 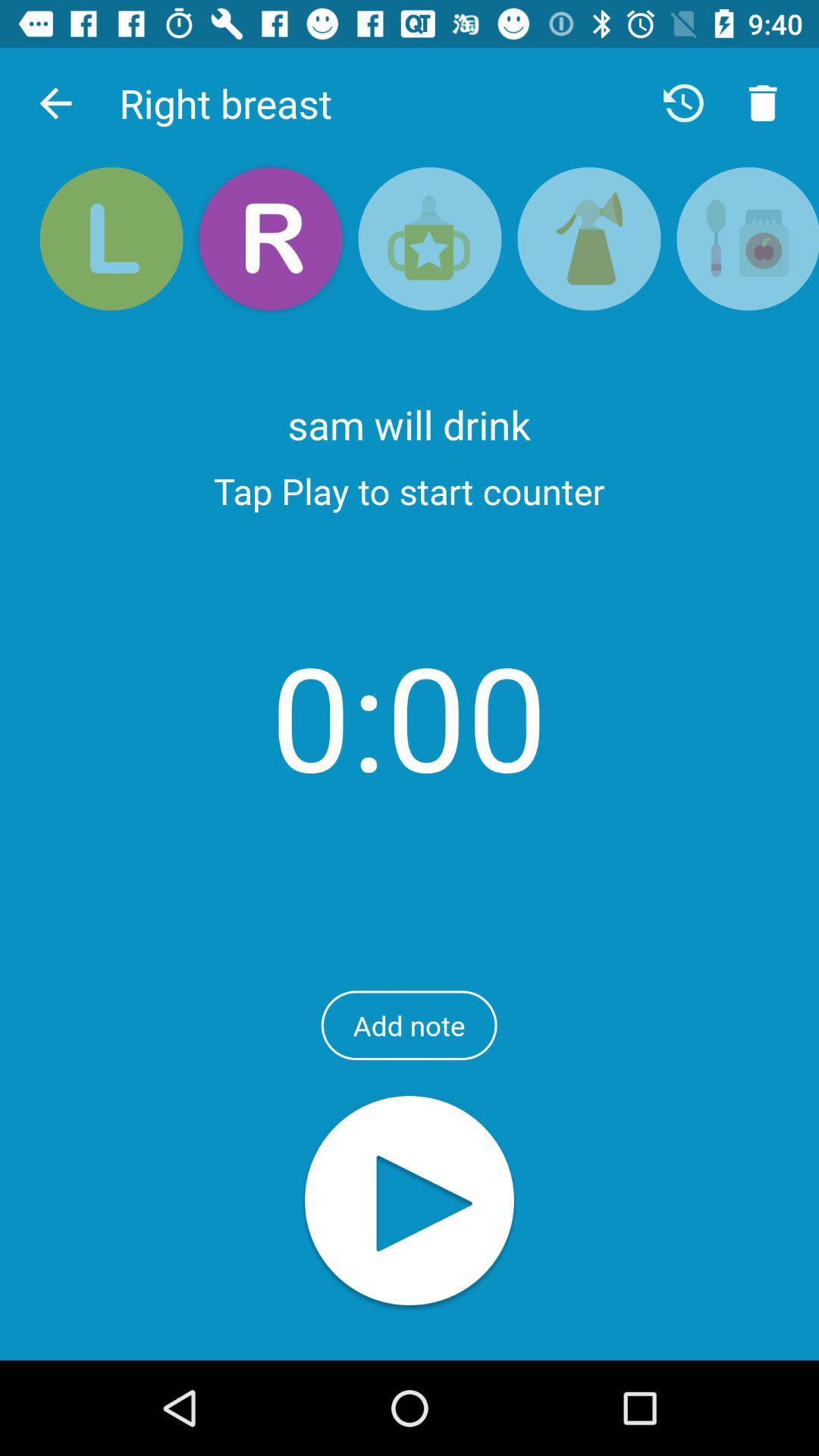 I want to click on it will used to play the video, so click(x=409, y=1201).